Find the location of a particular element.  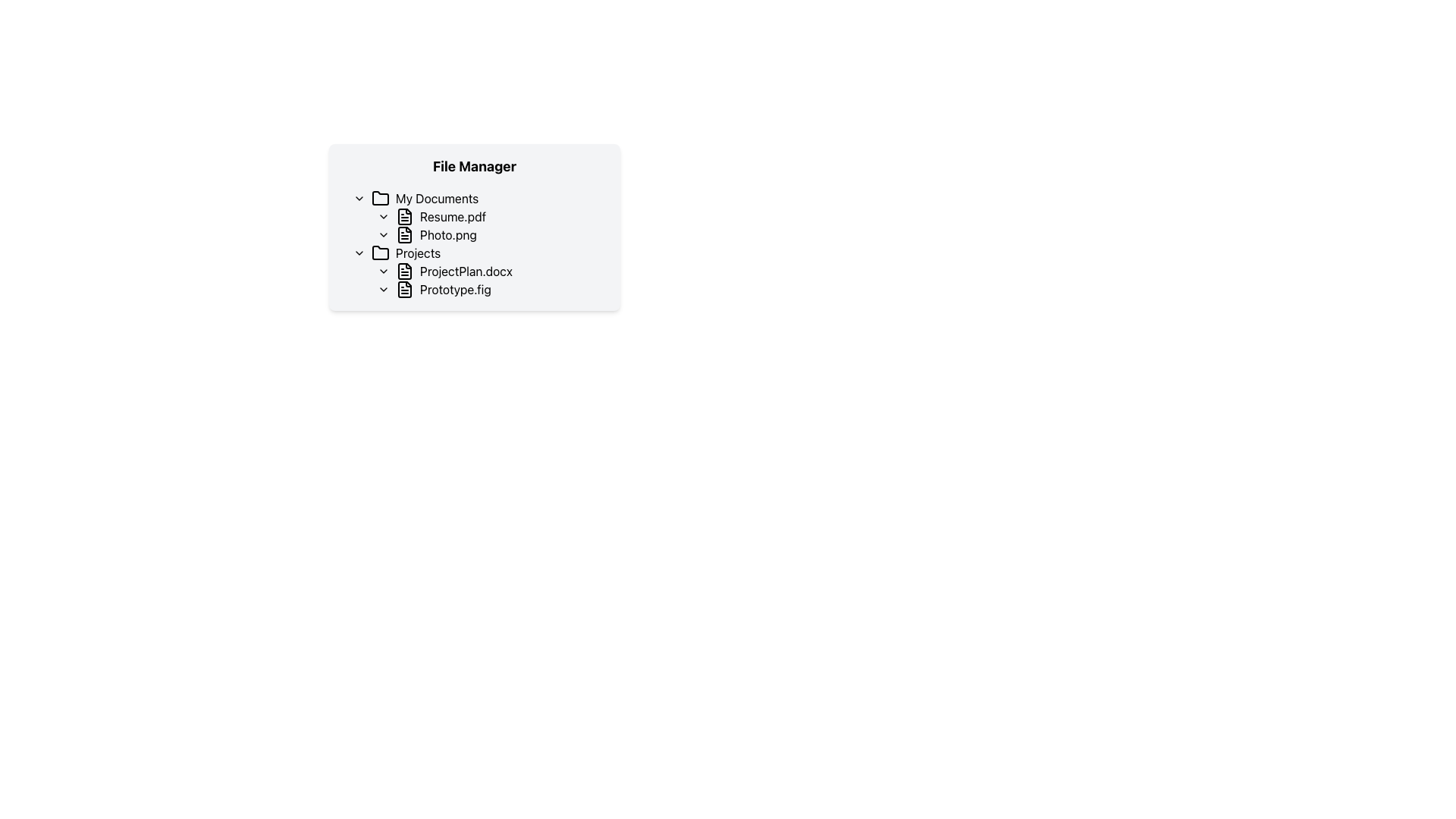

the folder icon located to the left of the text 'Projects' in the file manager interface is located at coordinates (381, 253).